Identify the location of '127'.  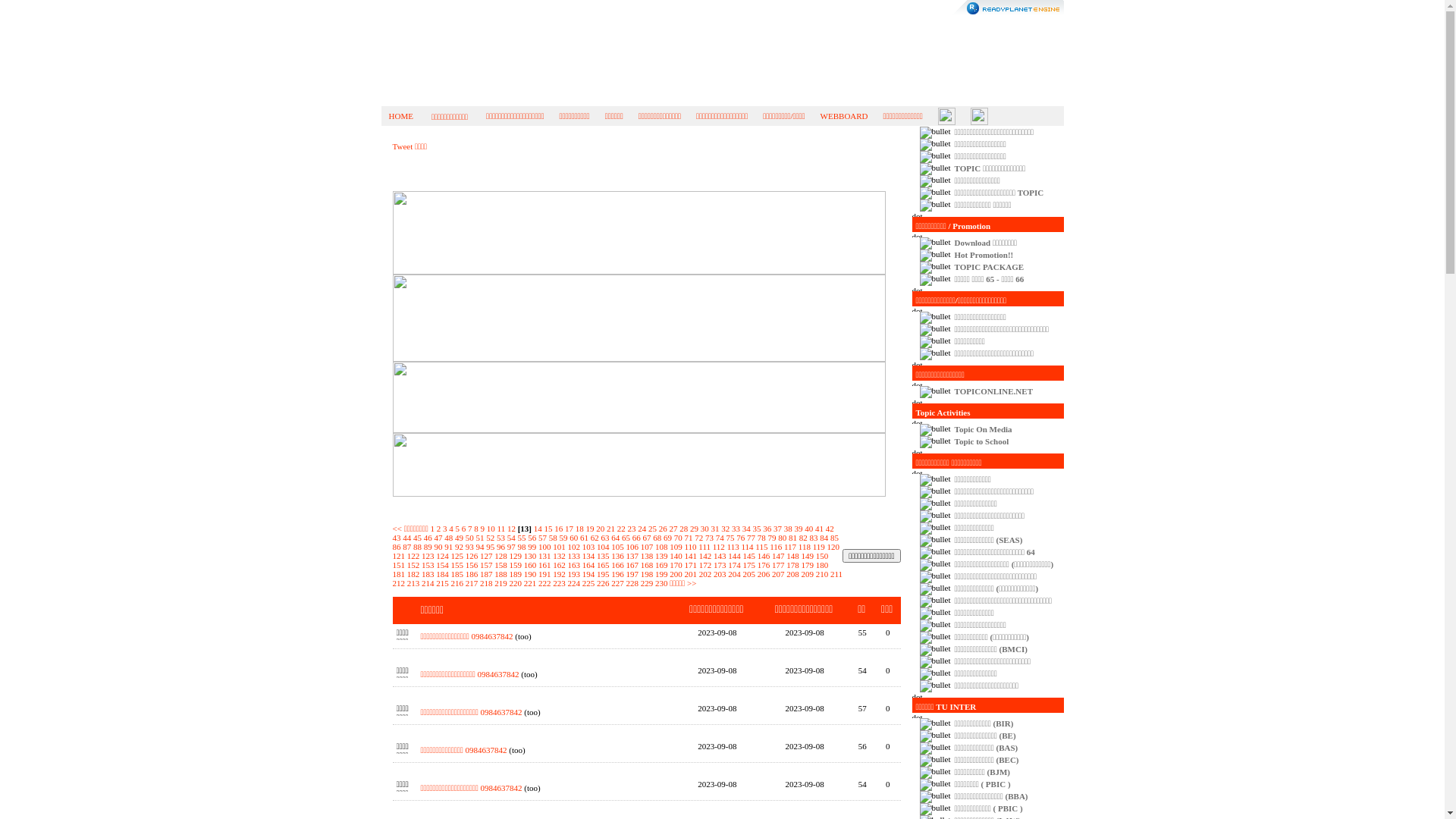
(486, 555).